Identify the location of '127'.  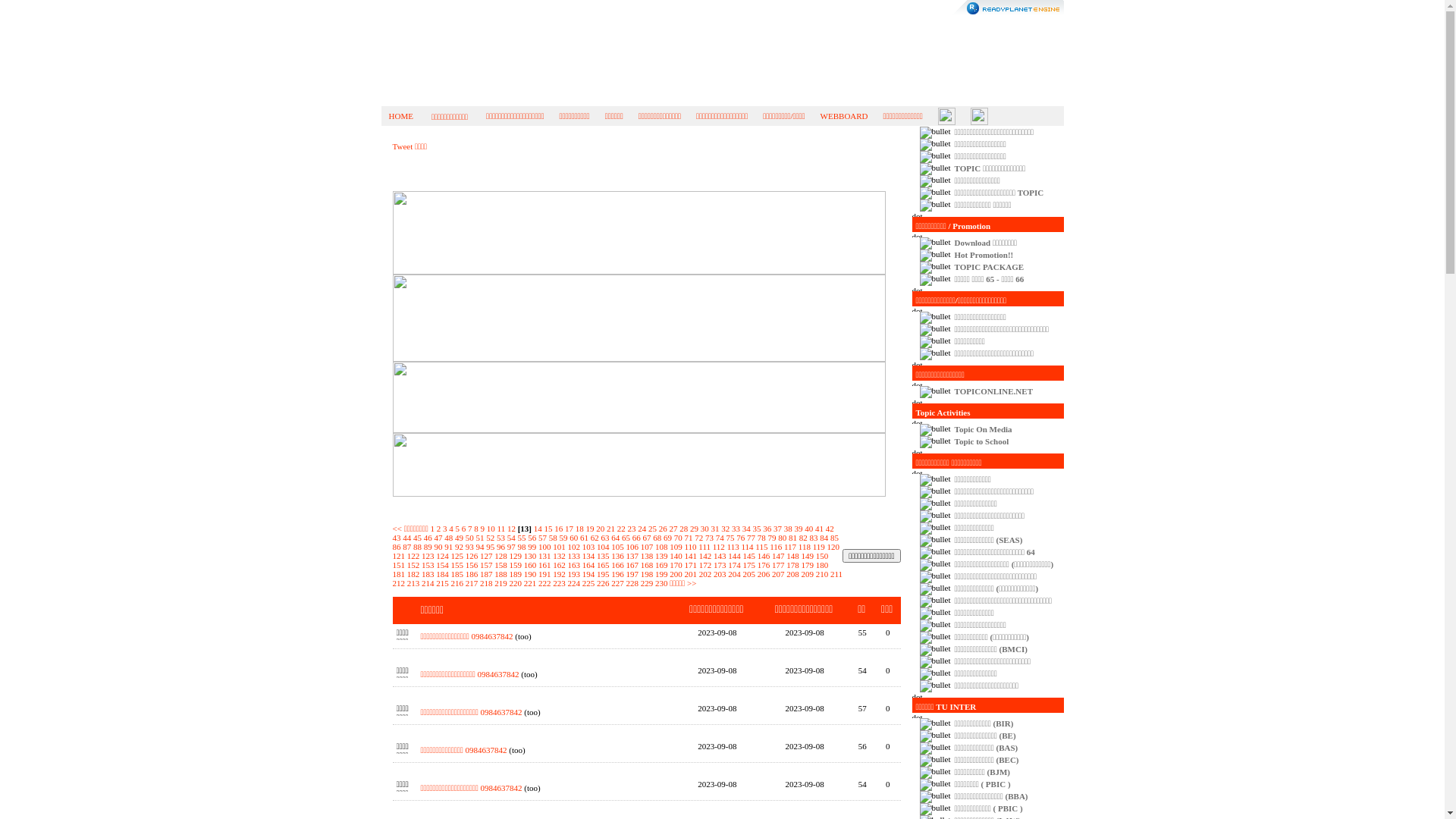
(486, 555).